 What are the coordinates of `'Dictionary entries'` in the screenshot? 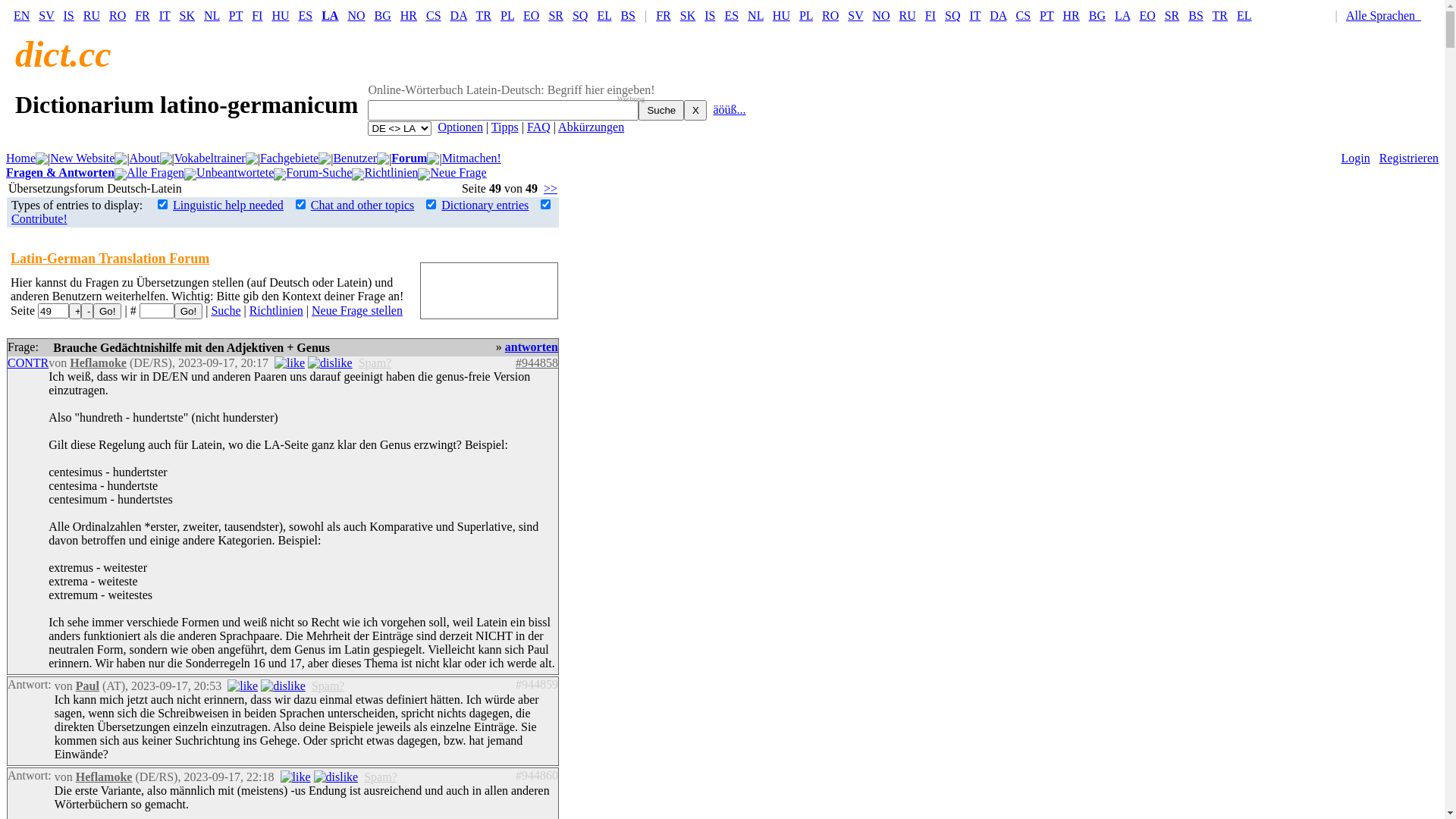 It's located at (484, 205).